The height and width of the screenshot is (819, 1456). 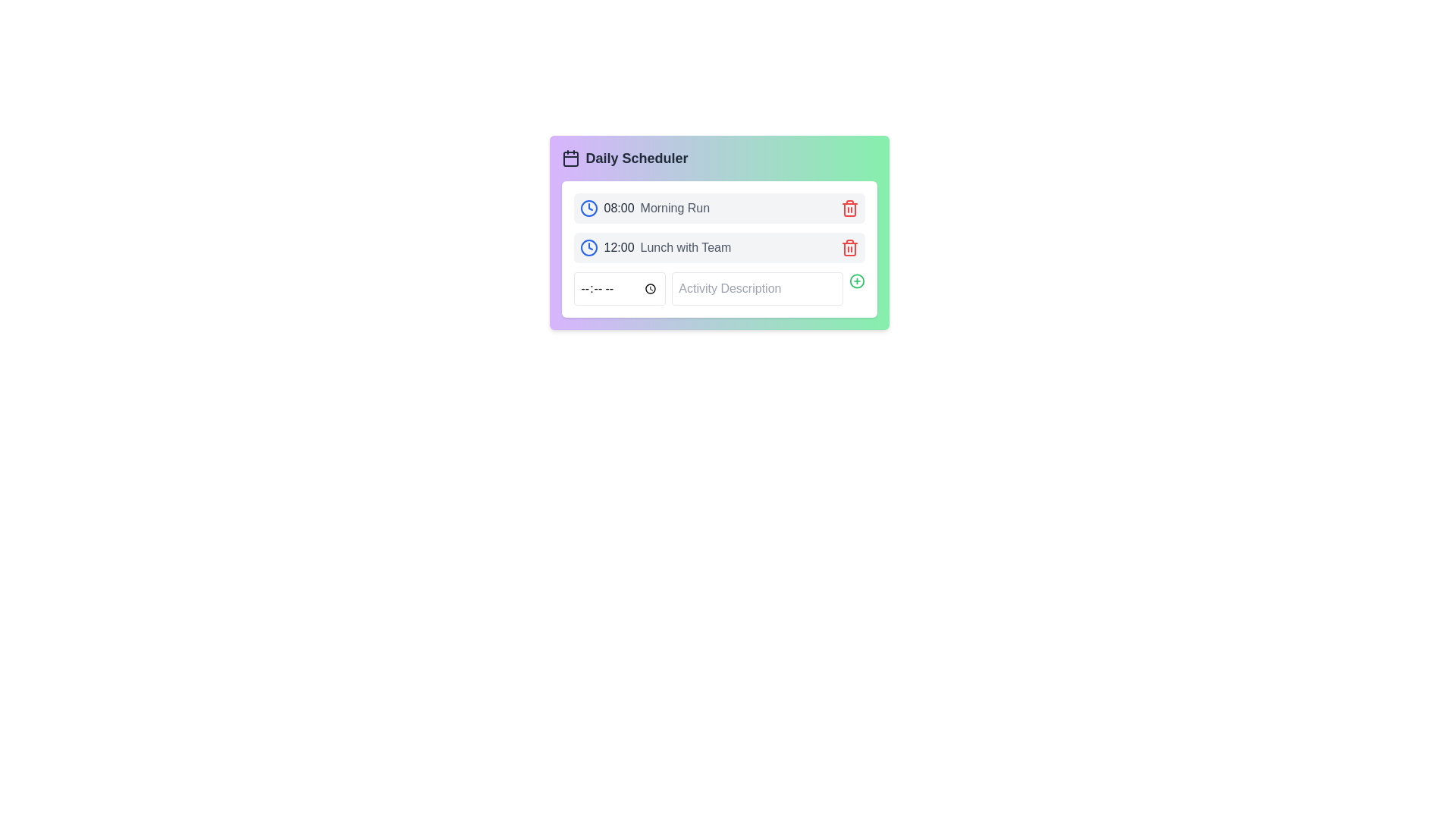 What do you see at coordinates (655, 247) in the screenshot?
I see `the '12:00 Lunch with Team' text with clock icon, which is the second event entry in the 'Daily Scheduler' card, below the '08:00 Morning Run' entry` at bounding box center [655, 247].